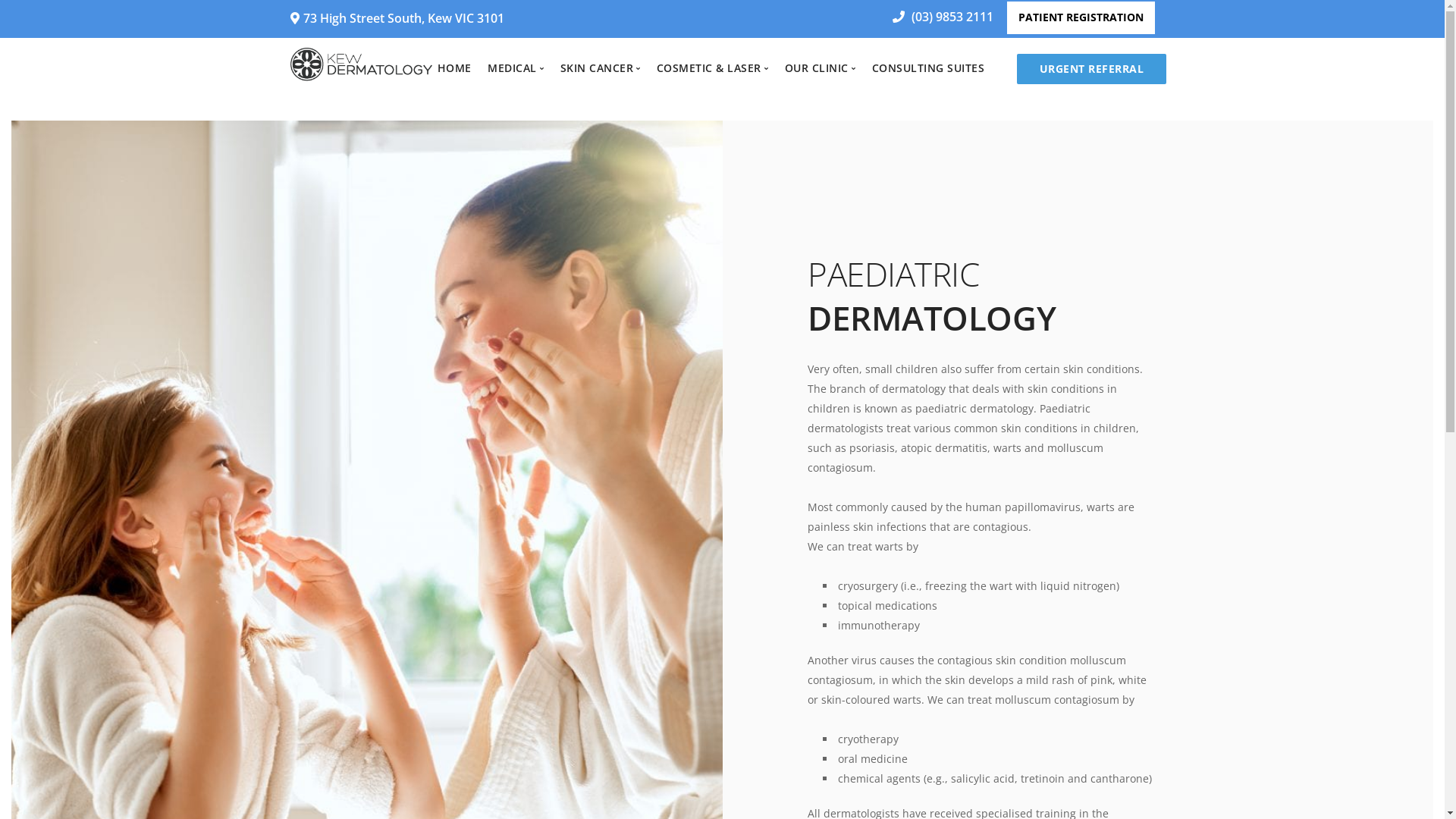 Image resolution: width=1456 pixels, height=819 pixels. I want to click on 'URGENT REFERRAL', so click(1016, 69).